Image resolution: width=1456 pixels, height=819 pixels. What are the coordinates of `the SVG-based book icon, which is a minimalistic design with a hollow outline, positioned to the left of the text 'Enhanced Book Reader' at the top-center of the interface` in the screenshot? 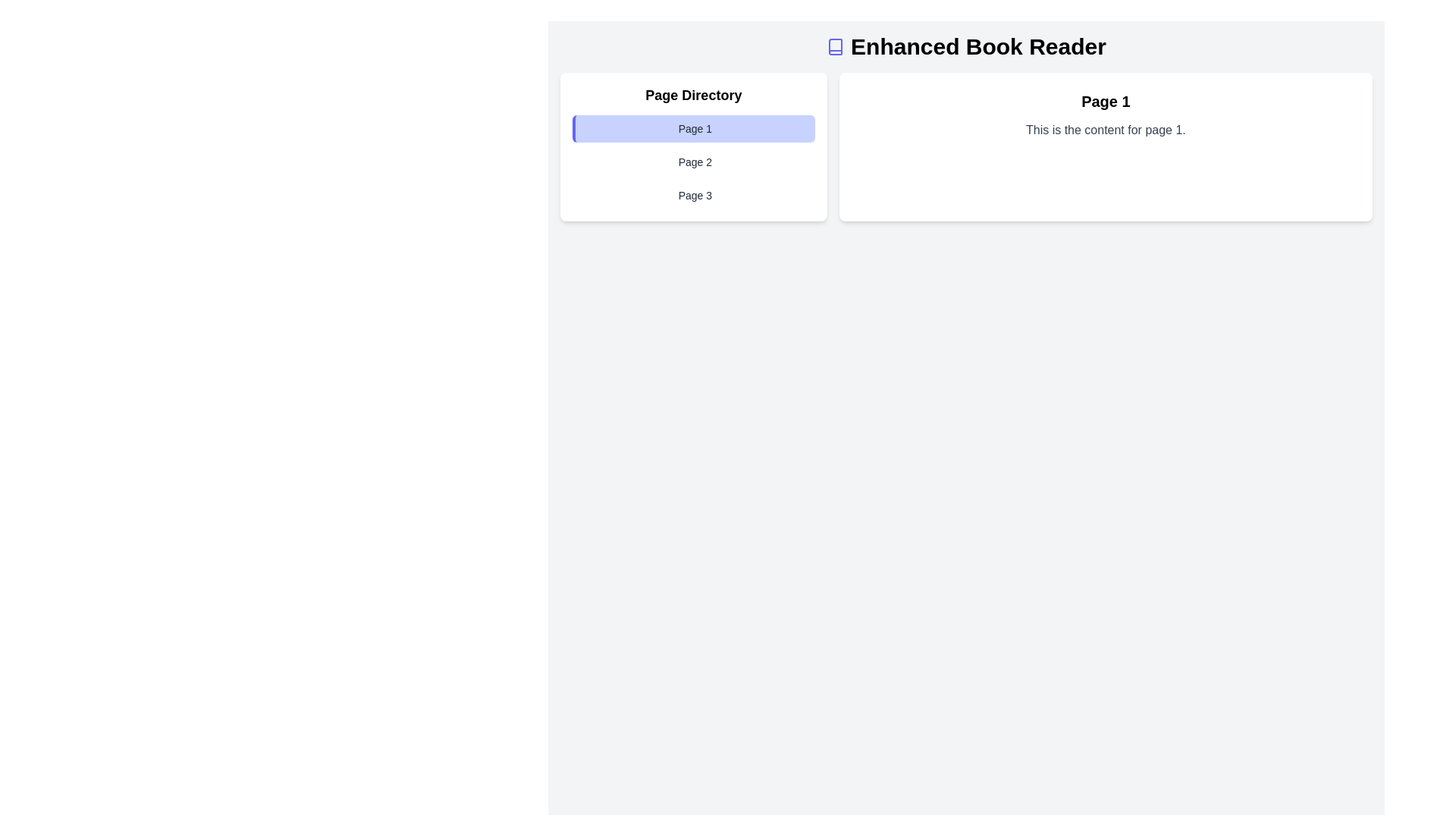 It's located at (835, 45).